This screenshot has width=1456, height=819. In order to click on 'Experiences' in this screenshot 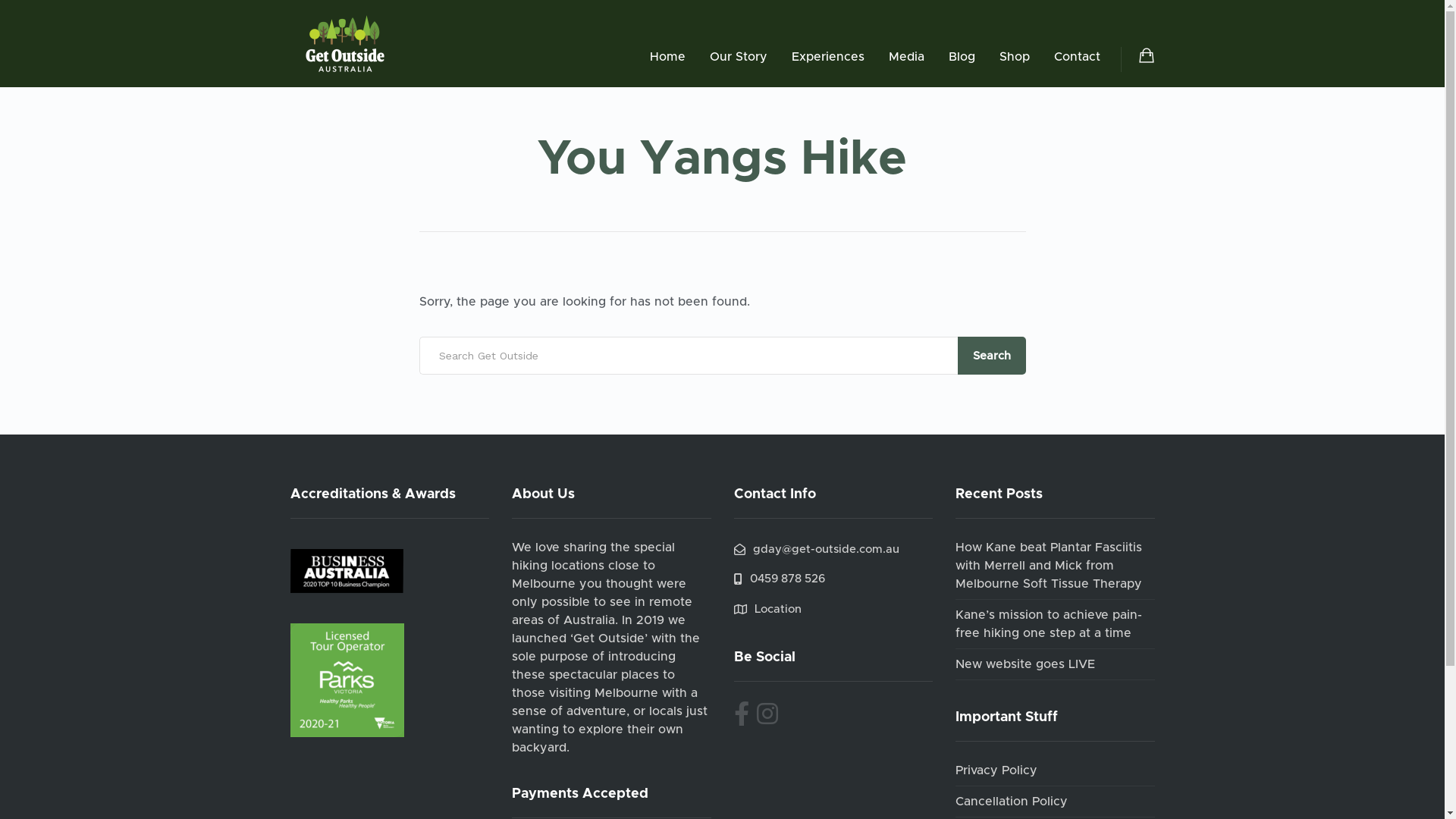, I will do `click(790, 55)`.